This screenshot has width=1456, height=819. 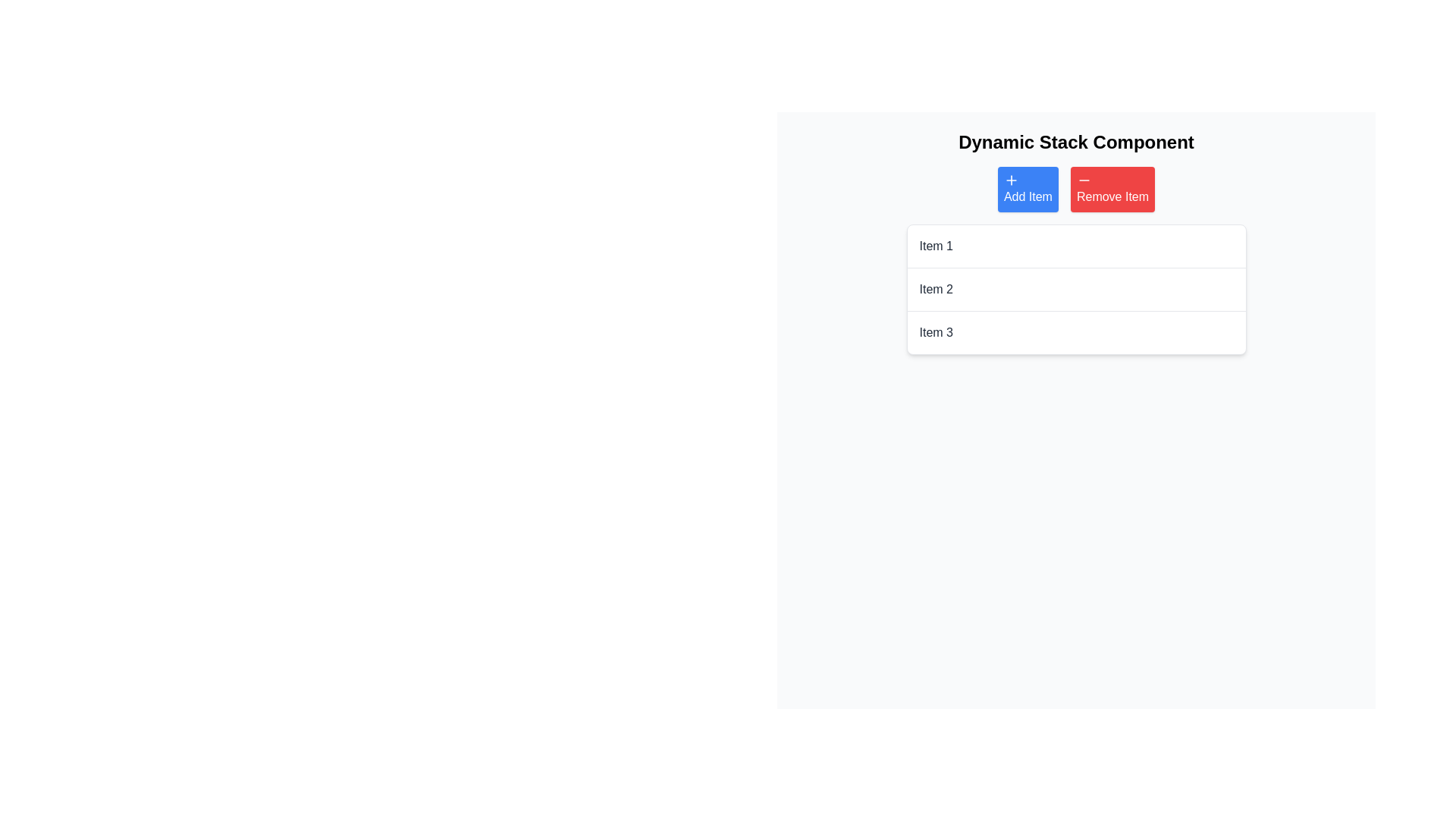 What do you see at coordinates (1112, 189) in the screenshot?
I see `the remove item button located to the right of the blue 'Add Item' button in the top-center portion of the interface` at bounding box center [1112, 189].